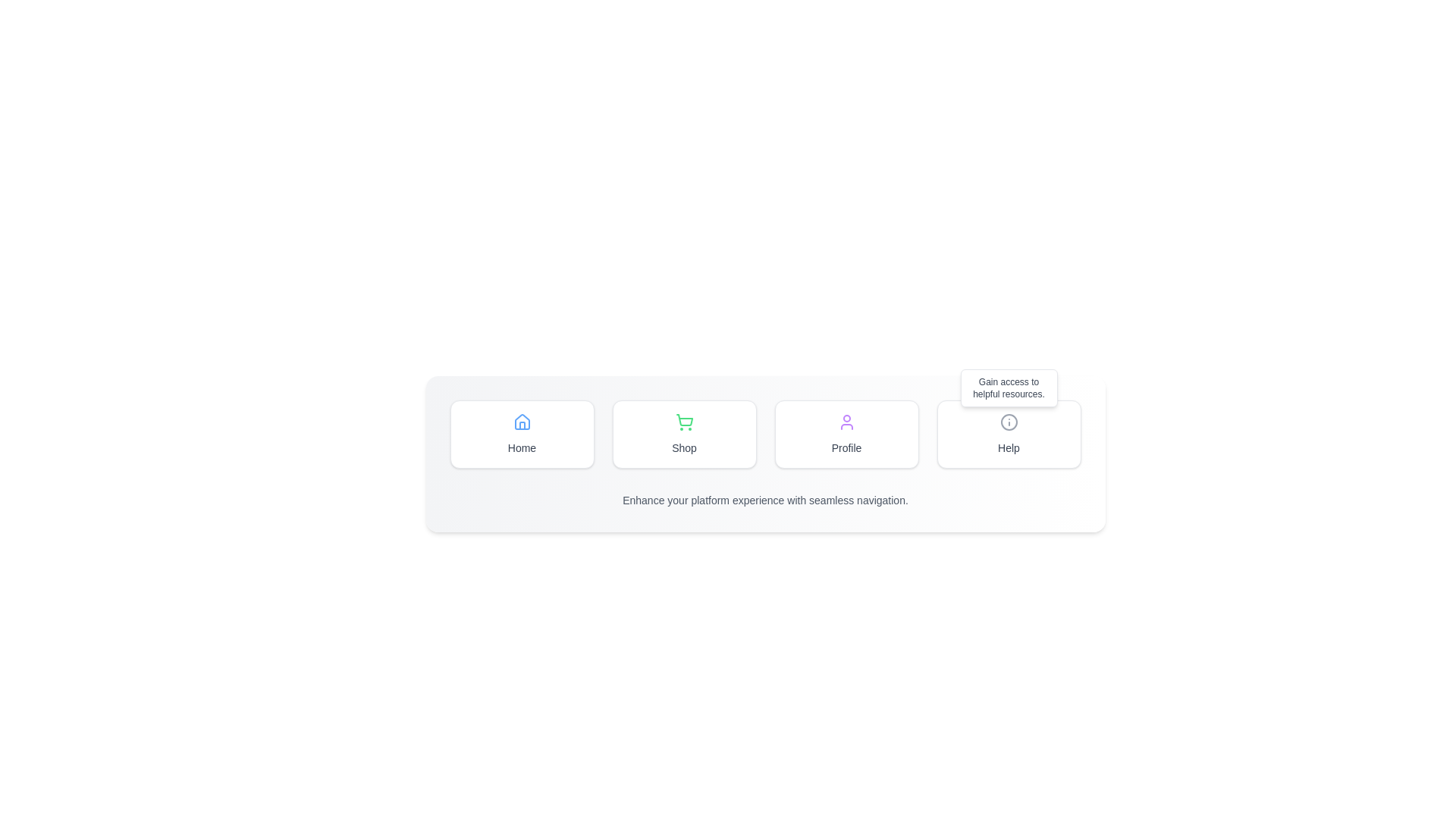 Image resolution: width=1456 pixels, height=819 pixels. I want to click on the shopping cart icon located in the 'Shop' section, positioned between 'Home' and 'Profile', and above the 'Shop' label text, so click(683, 422).